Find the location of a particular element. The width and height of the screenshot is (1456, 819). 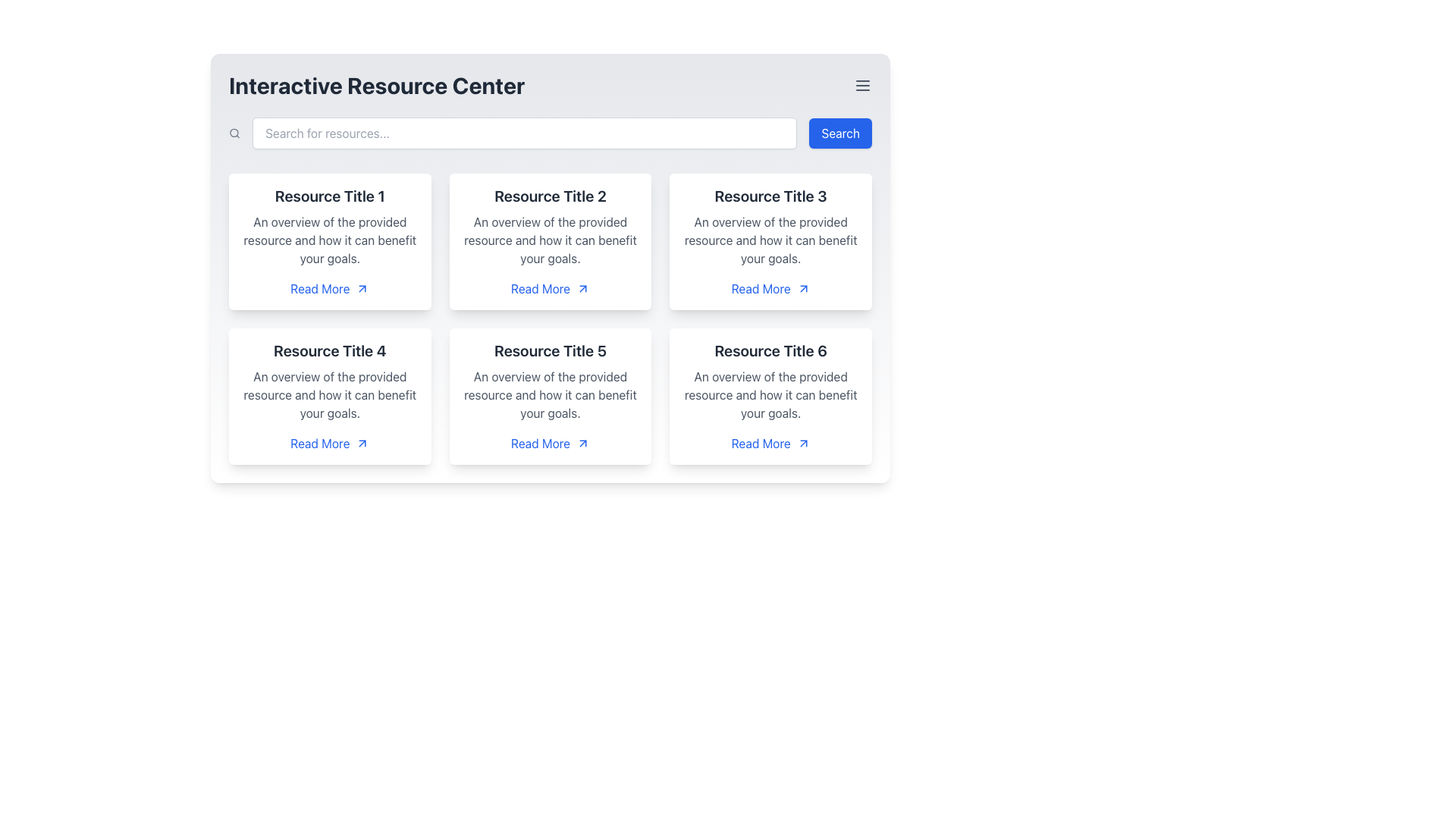

text content styled in gray font color, located below 'Resource Title 3' and above the 'Read More' link, positioned in the upper-right corner of the grid layout is located at coordinates (770, 239).